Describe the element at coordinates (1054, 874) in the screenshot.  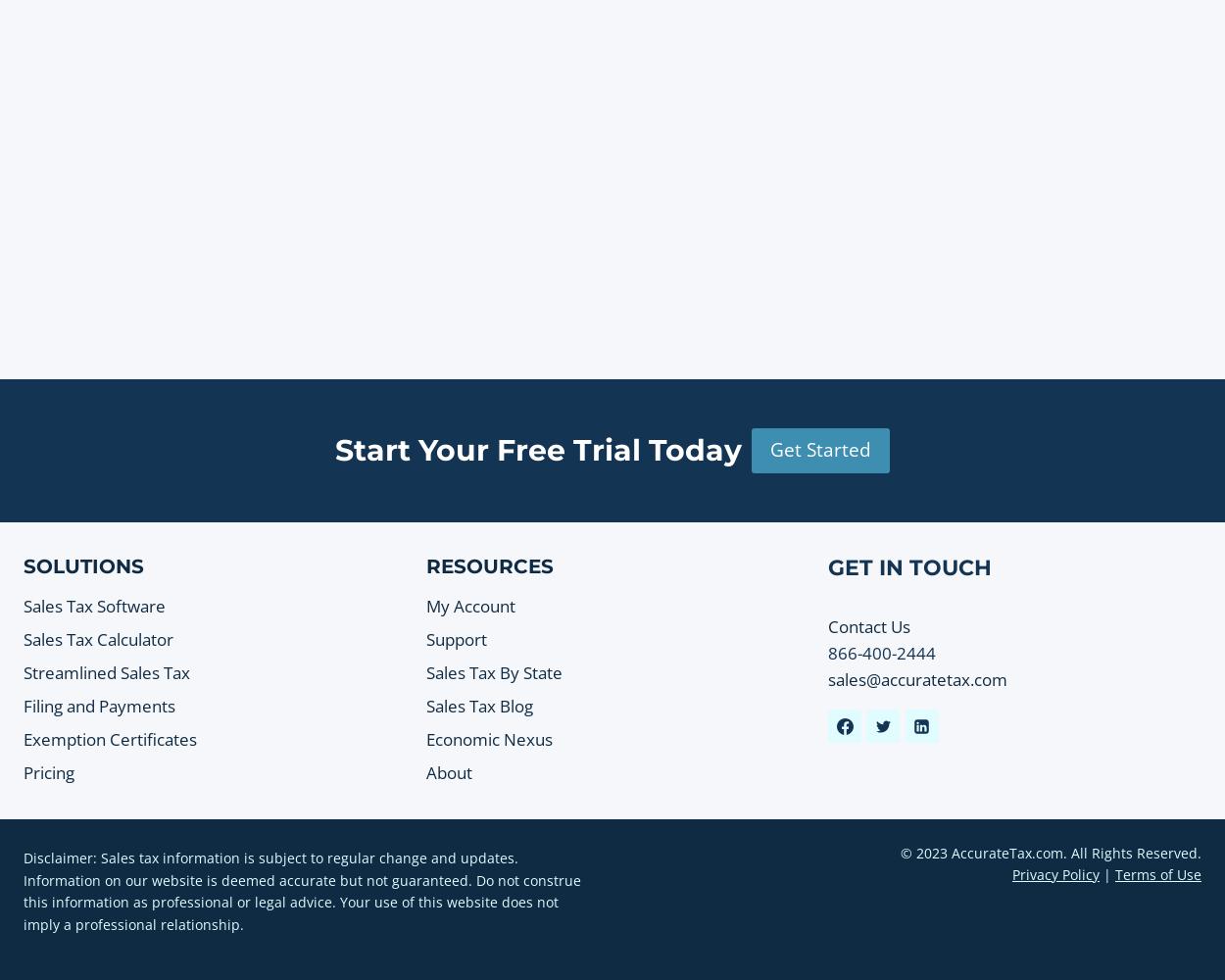
I see `'Privacy Policy'` at that location.